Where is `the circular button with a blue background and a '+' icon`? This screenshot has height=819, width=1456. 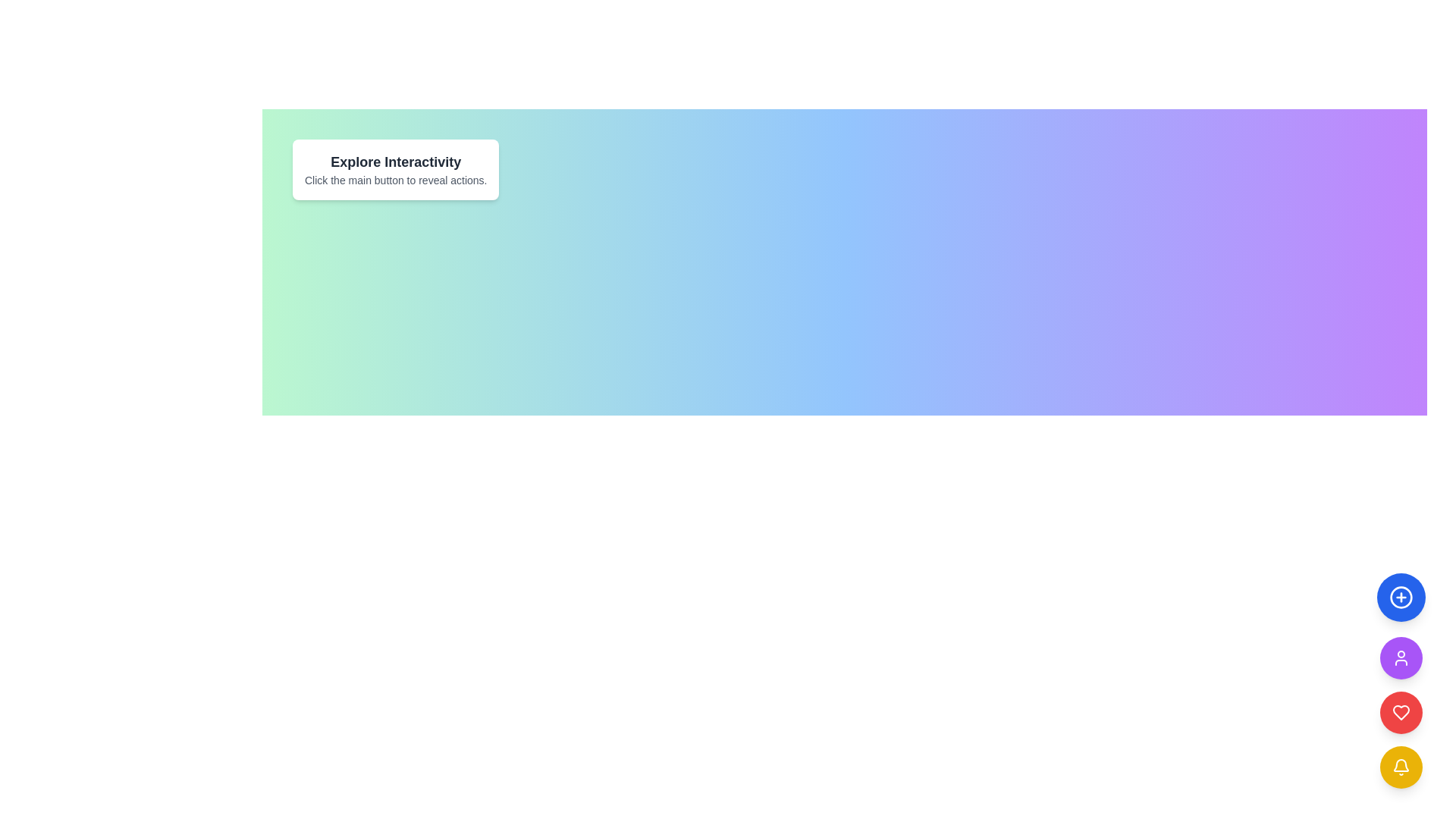 the circular button with a blue background and a '+' icon is located at coordinates (1401, 596).